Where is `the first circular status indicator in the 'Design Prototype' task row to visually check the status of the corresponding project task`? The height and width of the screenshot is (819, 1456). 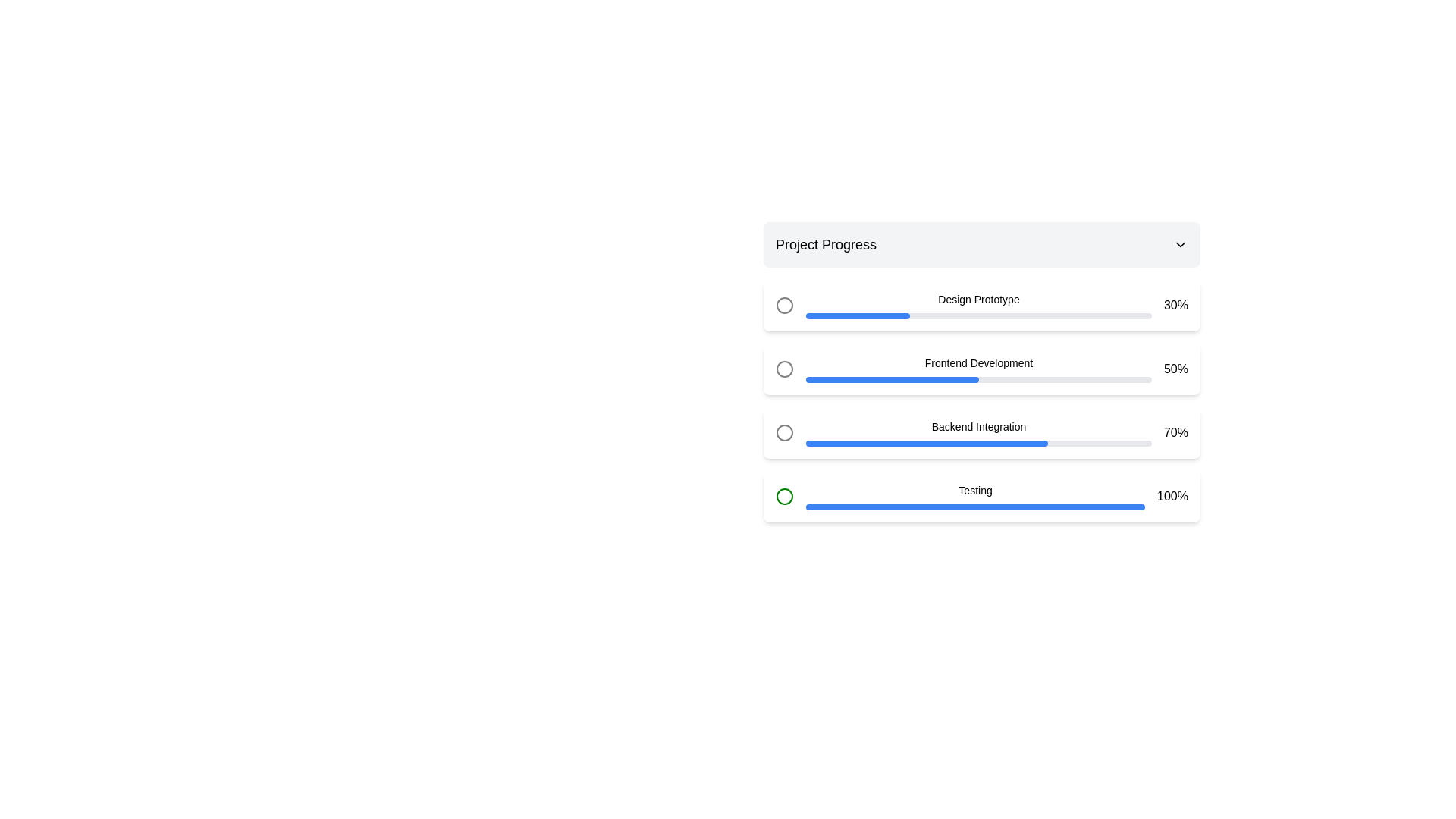
the first circular status indicator in the 'Design Prototype' task row to visually check the status of the corresponding project task is located at coordinates (785, 305).